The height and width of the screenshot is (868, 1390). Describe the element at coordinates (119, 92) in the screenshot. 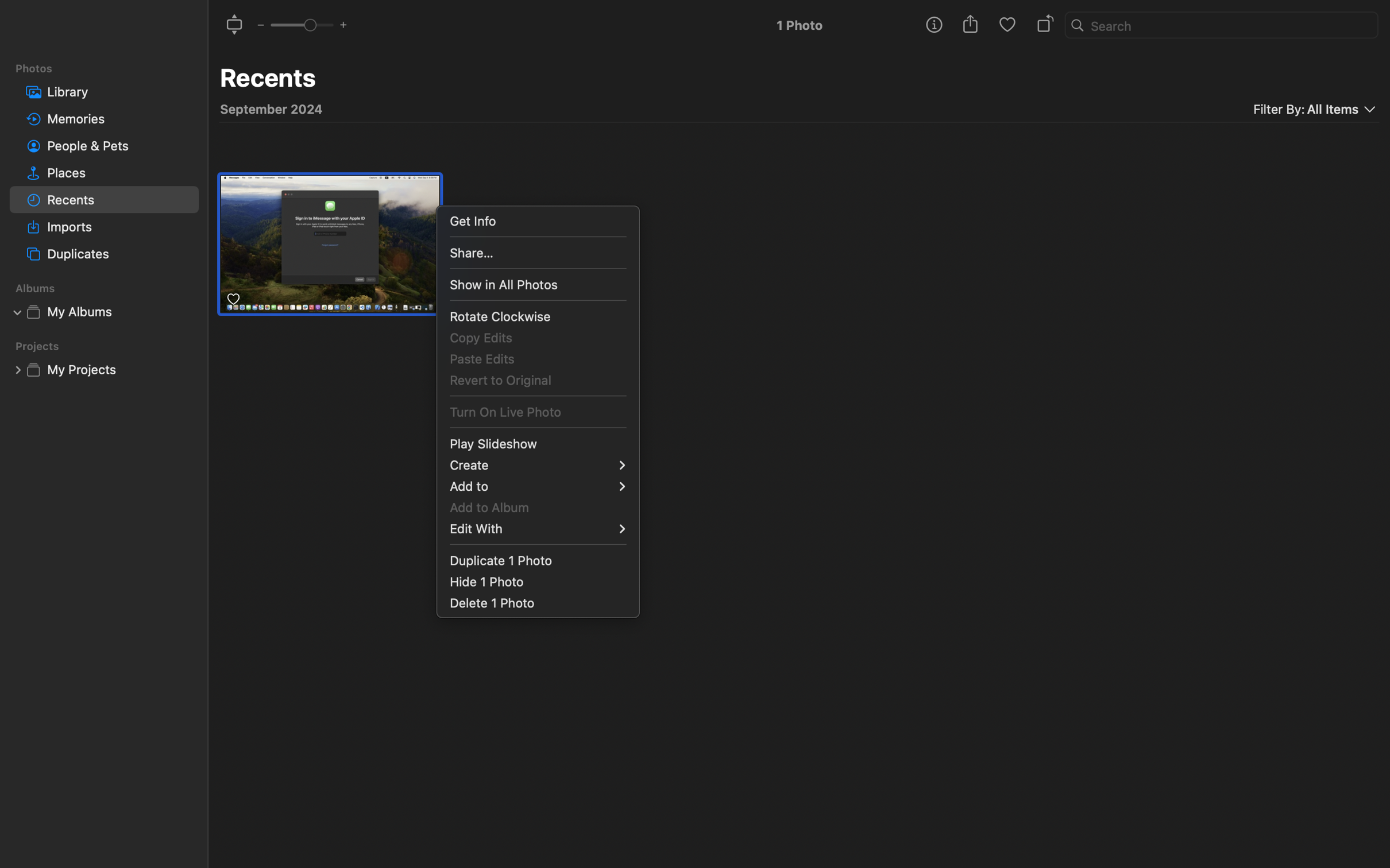

I see `'Library'` at that location.